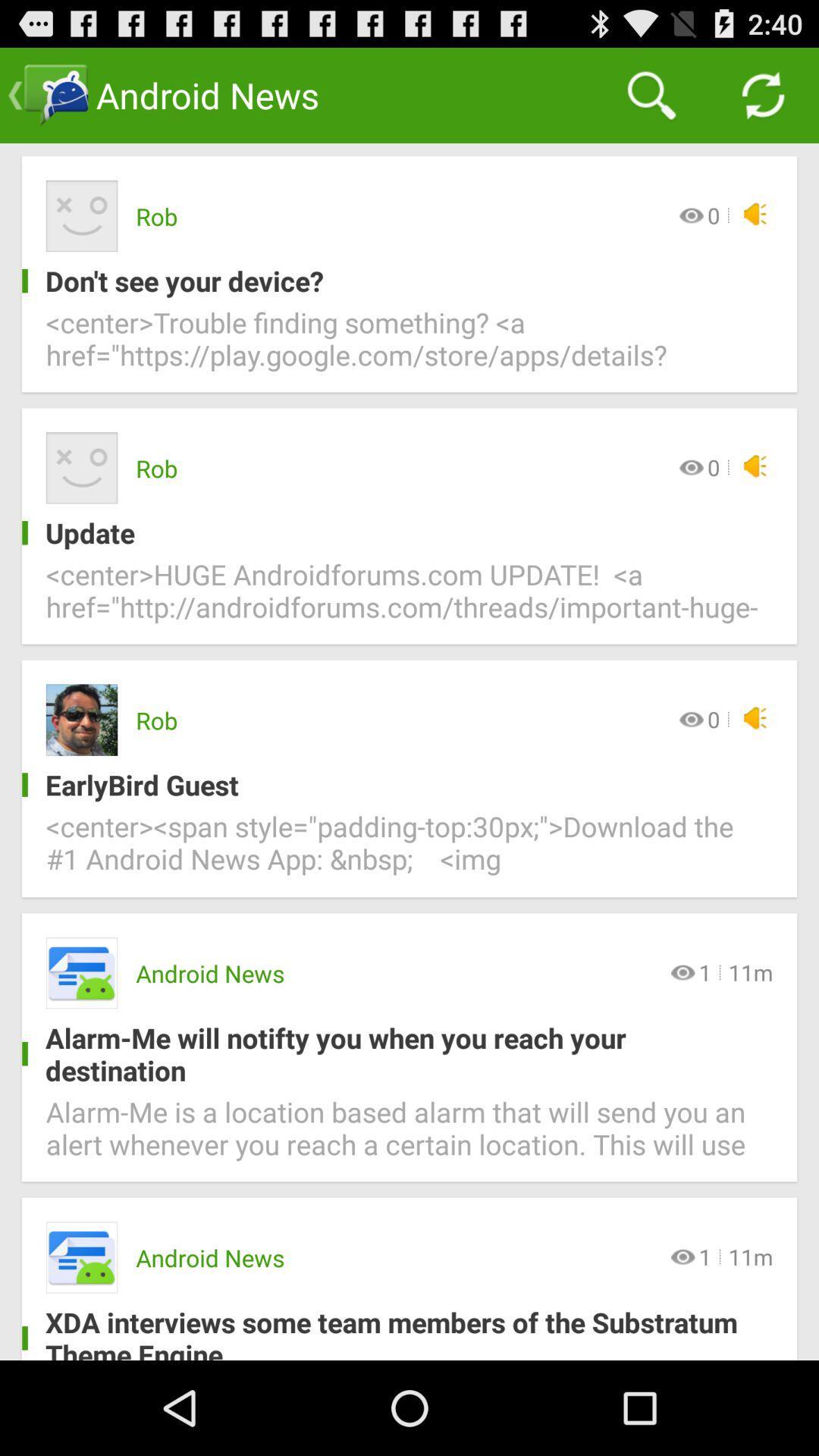 This screenshot has height=1456, width=819. I want to click on the item below the earlybird guest item, so click(409, 852).